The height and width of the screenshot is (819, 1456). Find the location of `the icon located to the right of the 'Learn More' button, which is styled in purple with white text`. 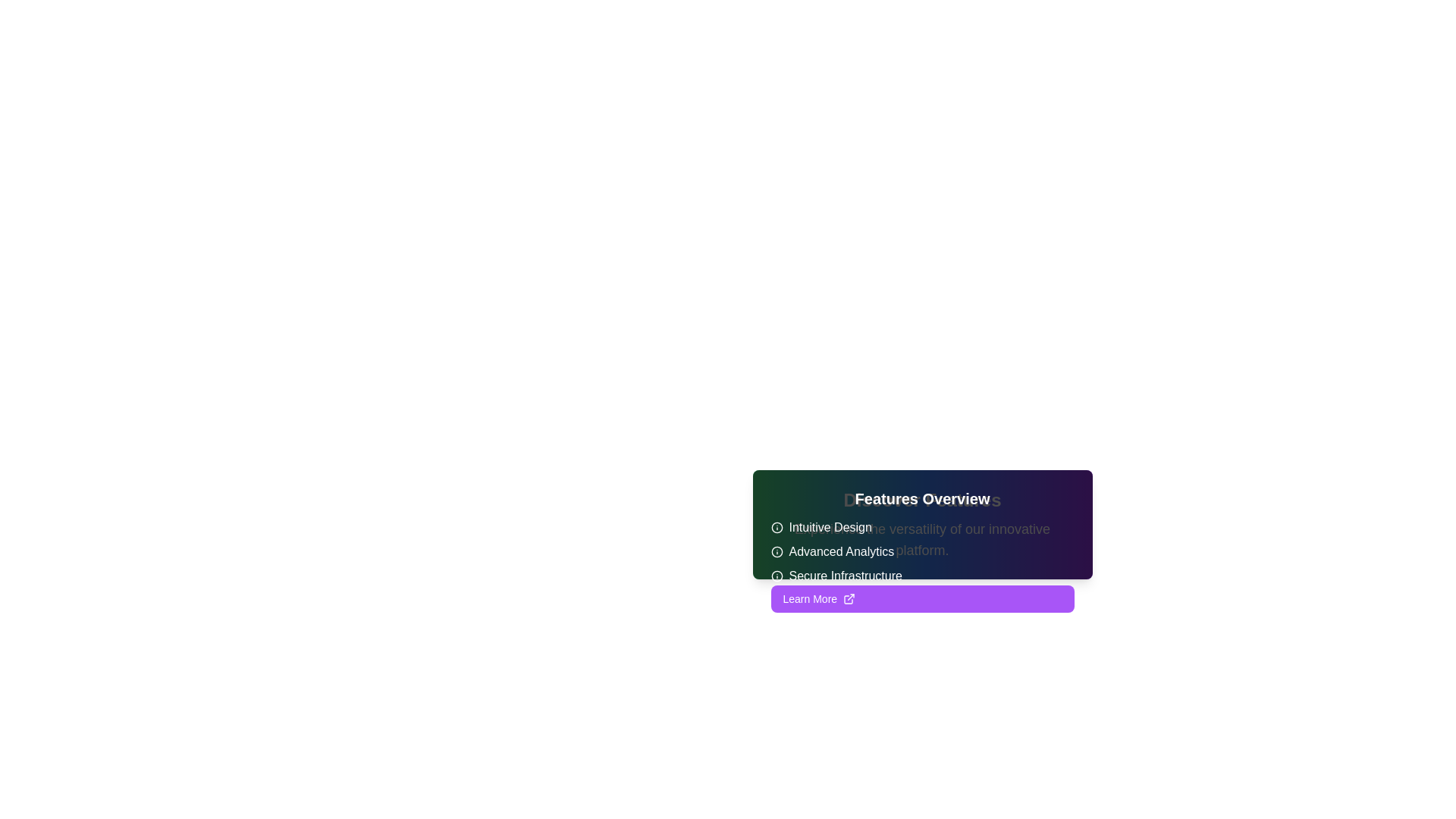

the icon located to the right of the 'Learn More' button, which is styled in purple with white text is located at coordinates (848, 598).